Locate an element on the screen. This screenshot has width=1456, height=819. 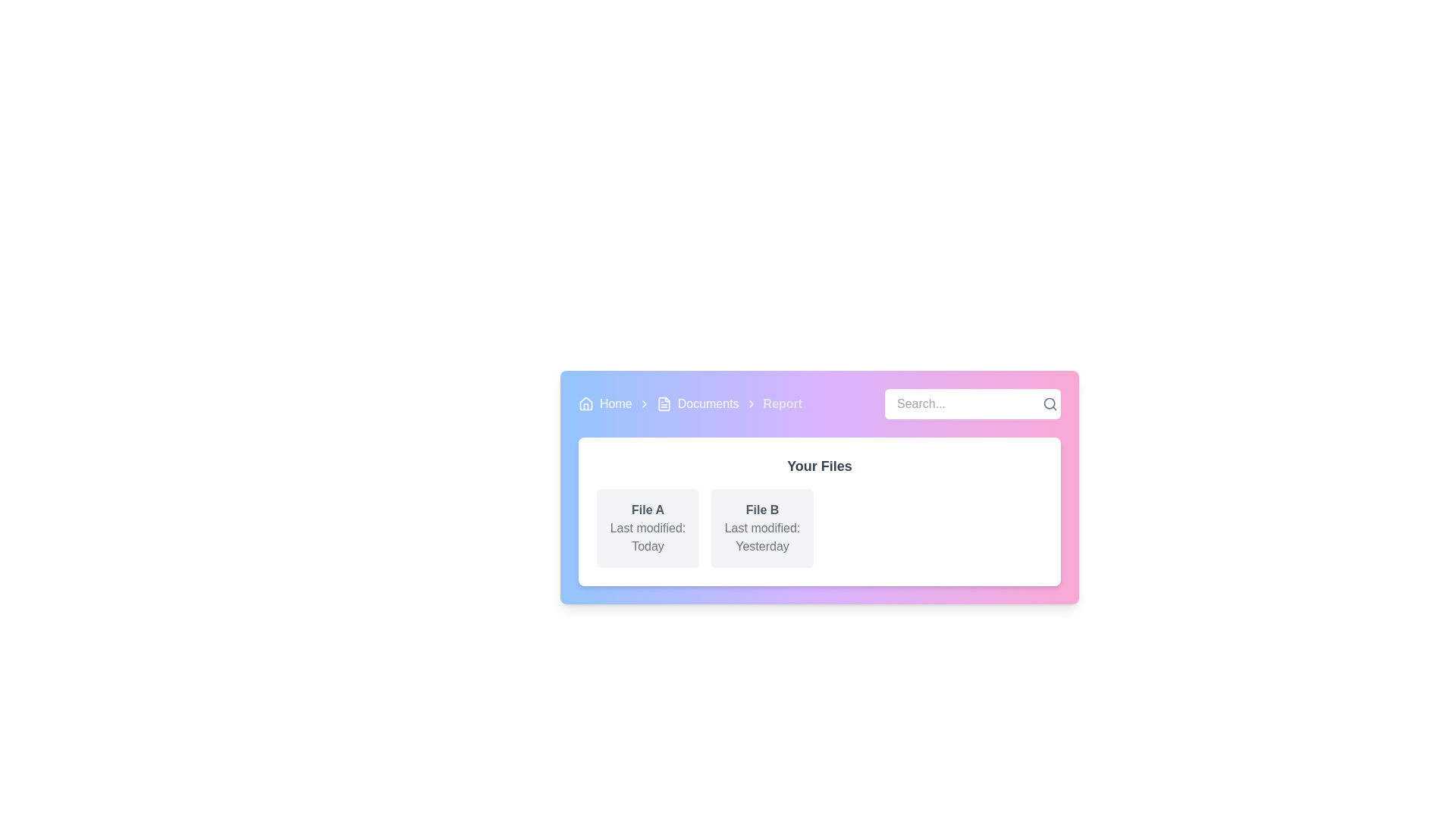
the 'Documents' navigation link in the breadcrumb navigation bar is located at coordinates (697, 403).